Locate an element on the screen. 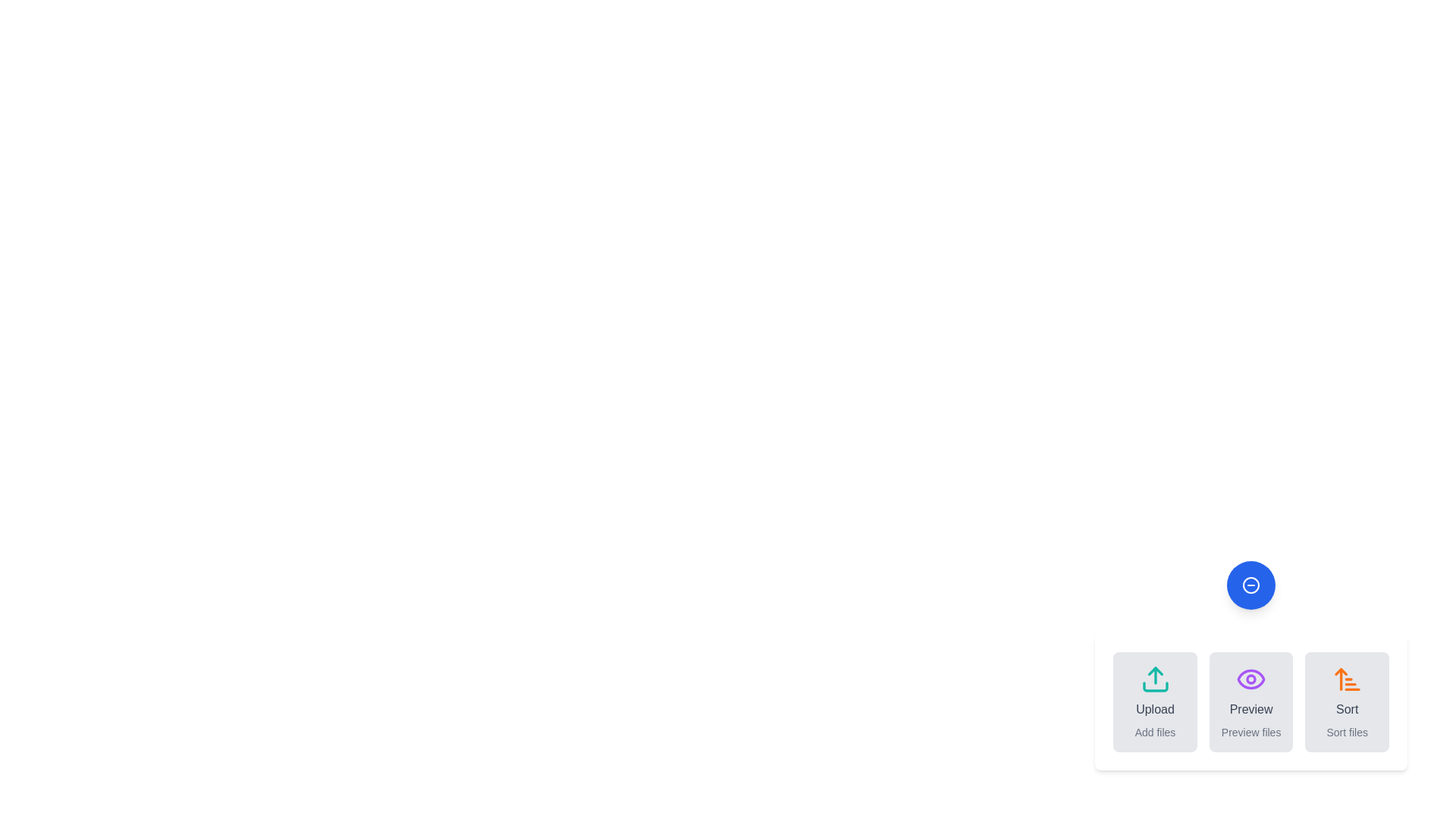 The width and height of the screenshot is (1456, 819). the 'Upload' button to trigger the upload action is located at coordinates (1154, 701).